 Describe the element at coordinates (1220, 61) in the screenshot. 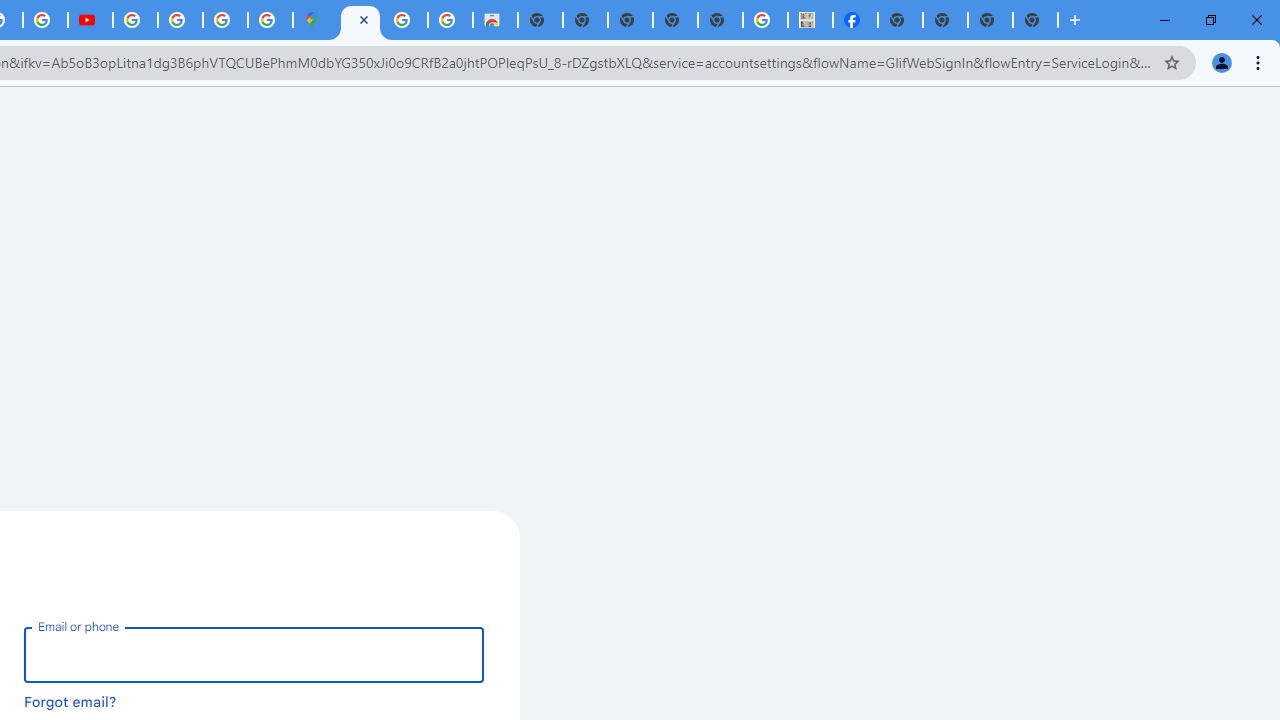

I see `'You'` at that location.